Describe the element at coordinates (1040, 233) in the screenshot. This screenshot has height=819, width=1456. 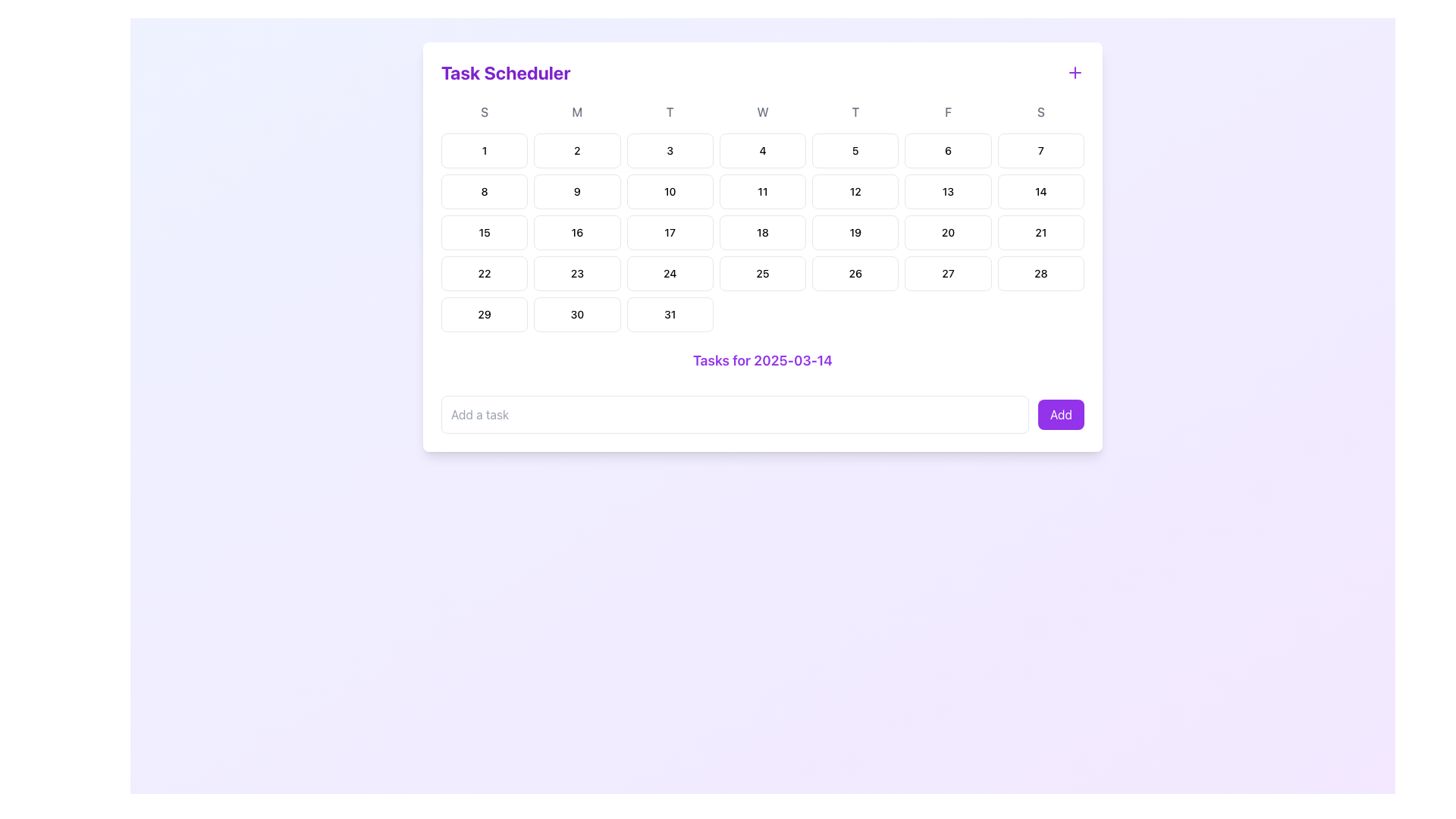
I see `the button representing the 21st day of the displayed month in the calendar grid` at that location.